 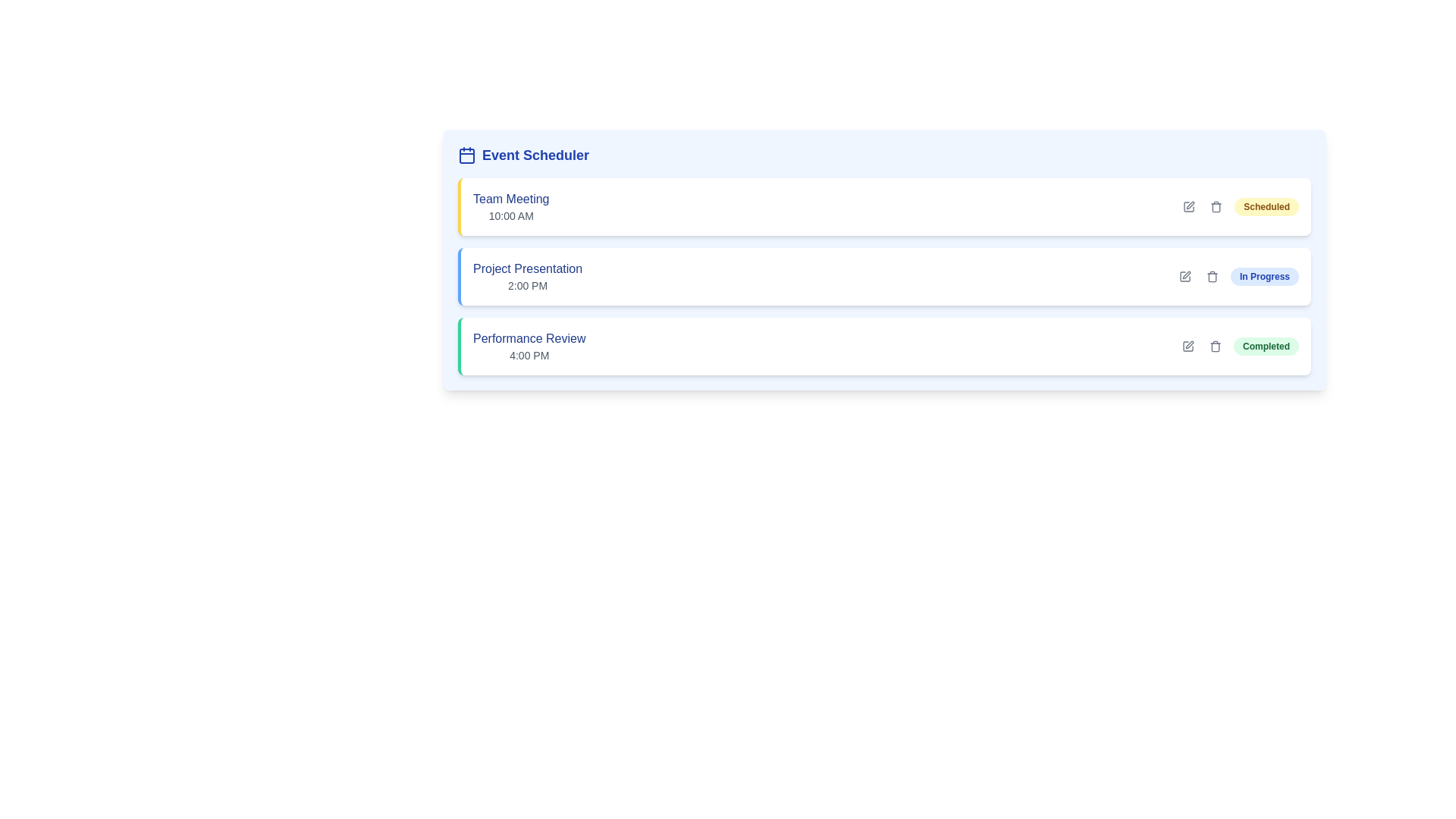 I want to click on 'Team Meeting' text label, which is prominently displayed in bold blue font above the time '10:00 AM' in the event scheduler layout, so click(x=511, y=198).